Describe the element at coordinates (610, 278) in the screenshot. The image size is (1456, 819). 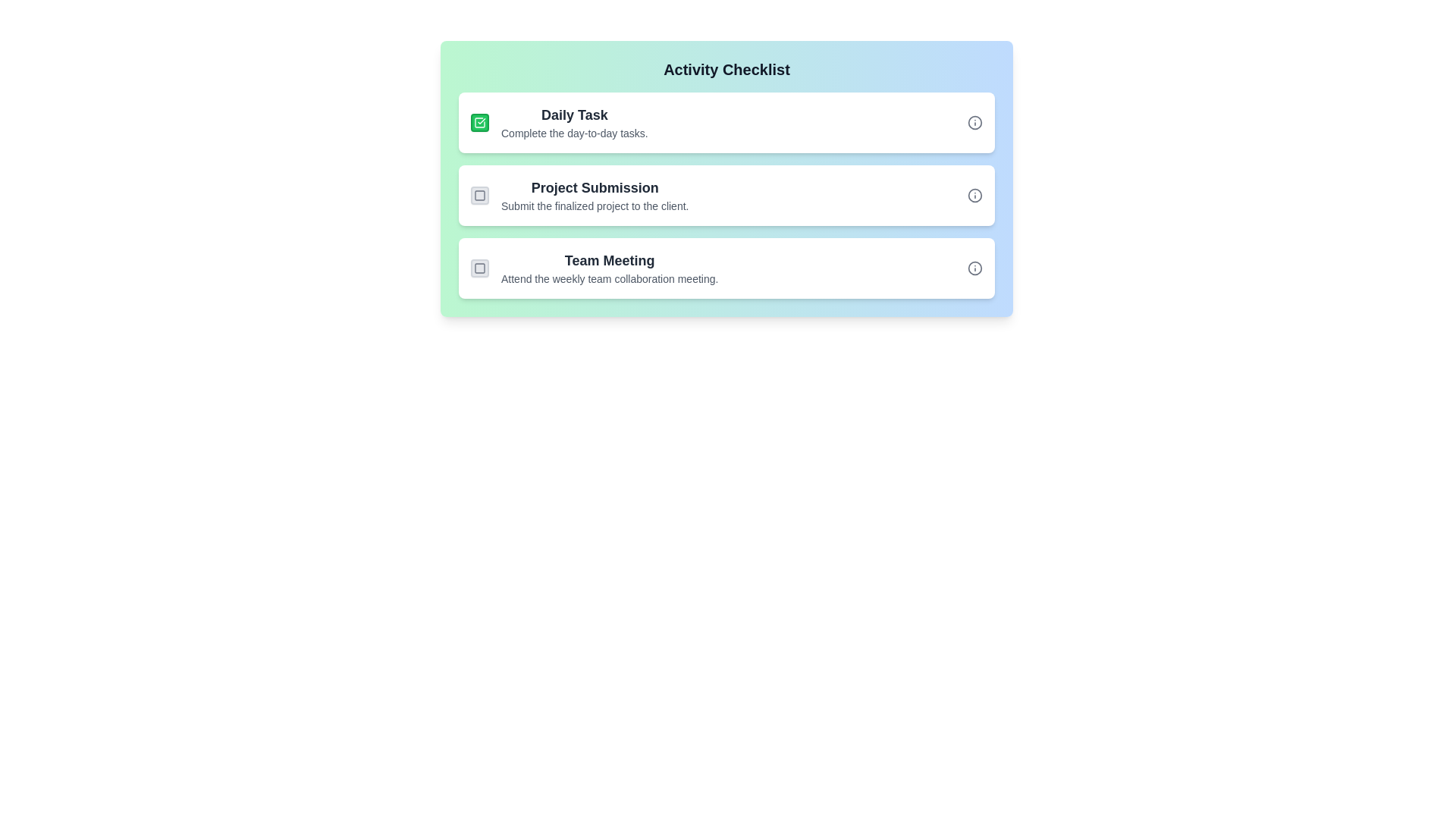
I see `the text element that reads 'Attend the weekly team collaboration meeting.' located below the bold title 'Team Meeting' in the third block of the checklist interface` at that location.